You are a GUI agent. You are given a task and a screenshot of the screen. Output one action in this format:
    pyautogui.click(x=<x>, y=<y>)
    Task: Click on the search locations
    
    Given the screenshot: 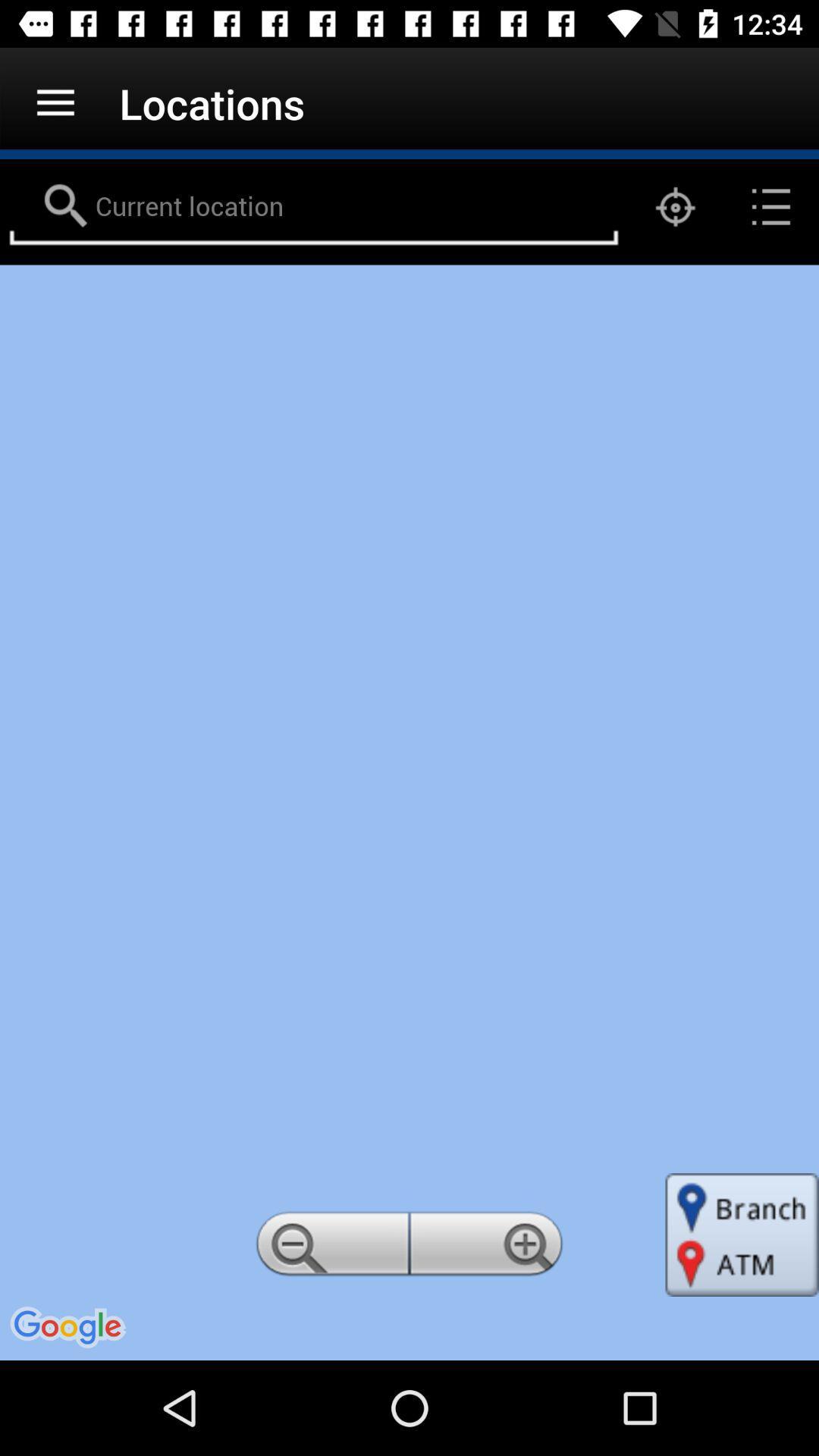 What is the action you would take?
    pyautogui.click(x=312, y=206)
    